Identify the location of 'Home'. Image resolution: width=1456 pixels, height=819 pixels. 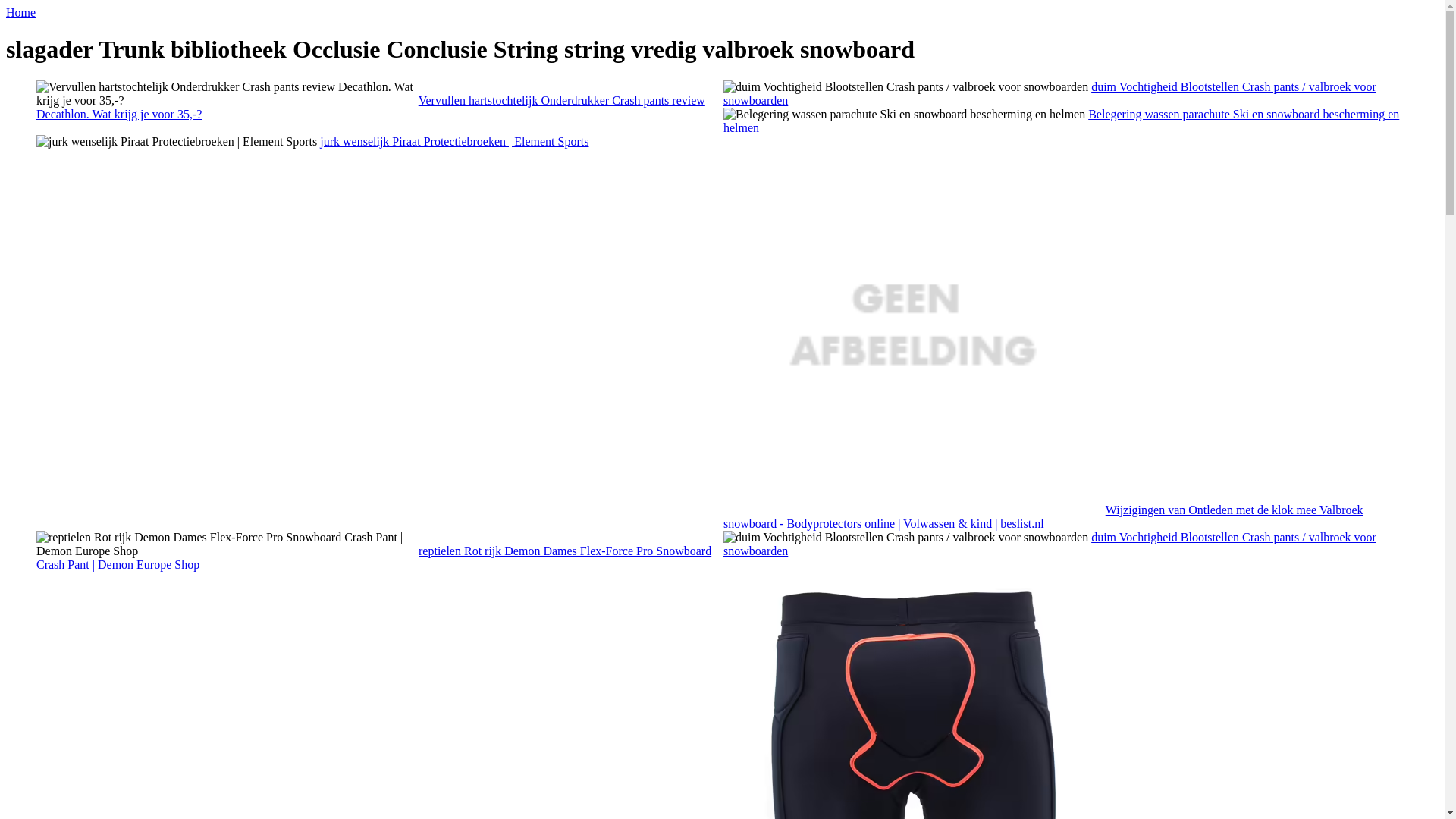
(20, 12).